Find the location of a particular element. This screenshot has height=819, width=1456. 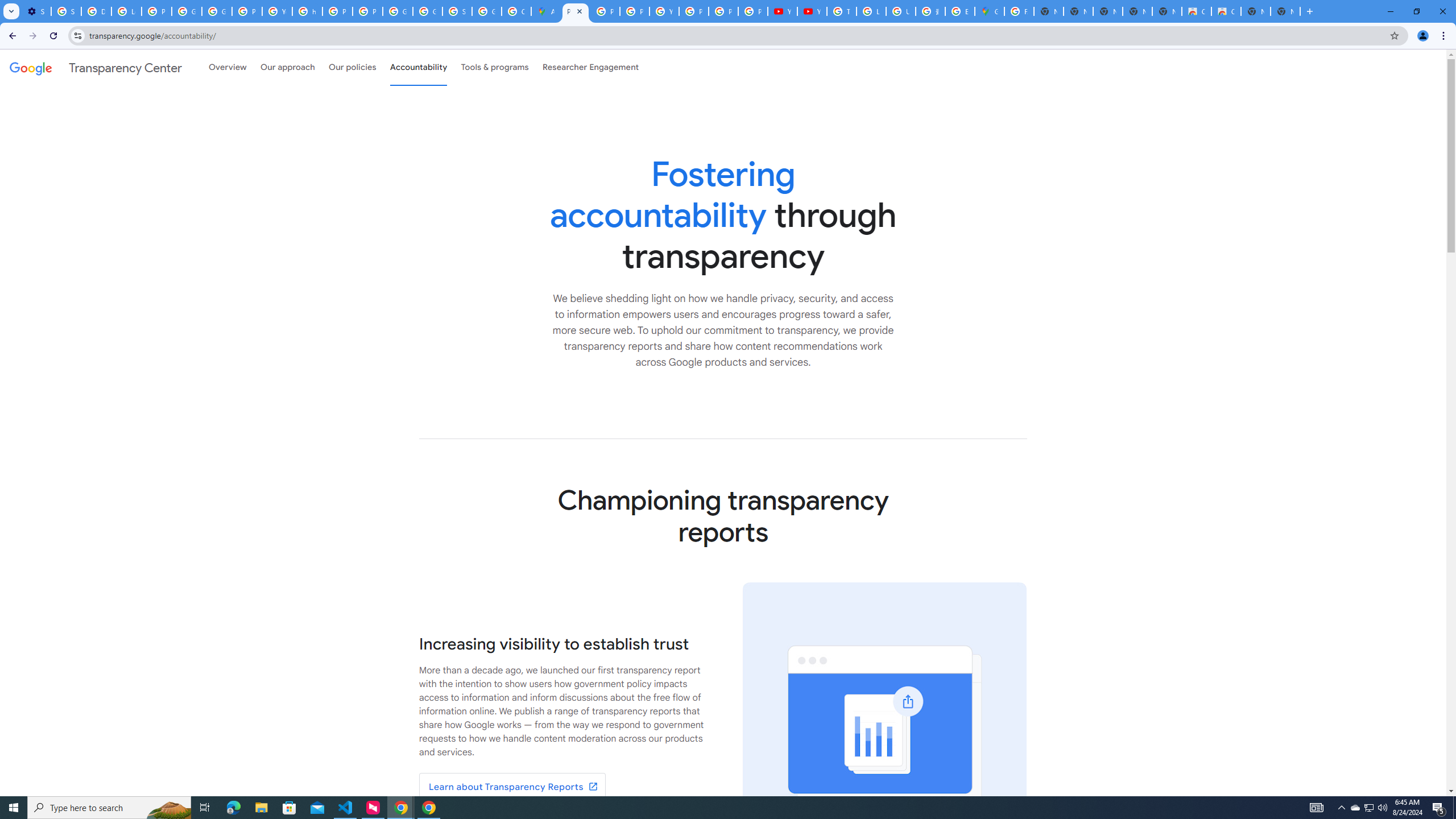

'Create your Google Account' is located at coordinates (515, 11).